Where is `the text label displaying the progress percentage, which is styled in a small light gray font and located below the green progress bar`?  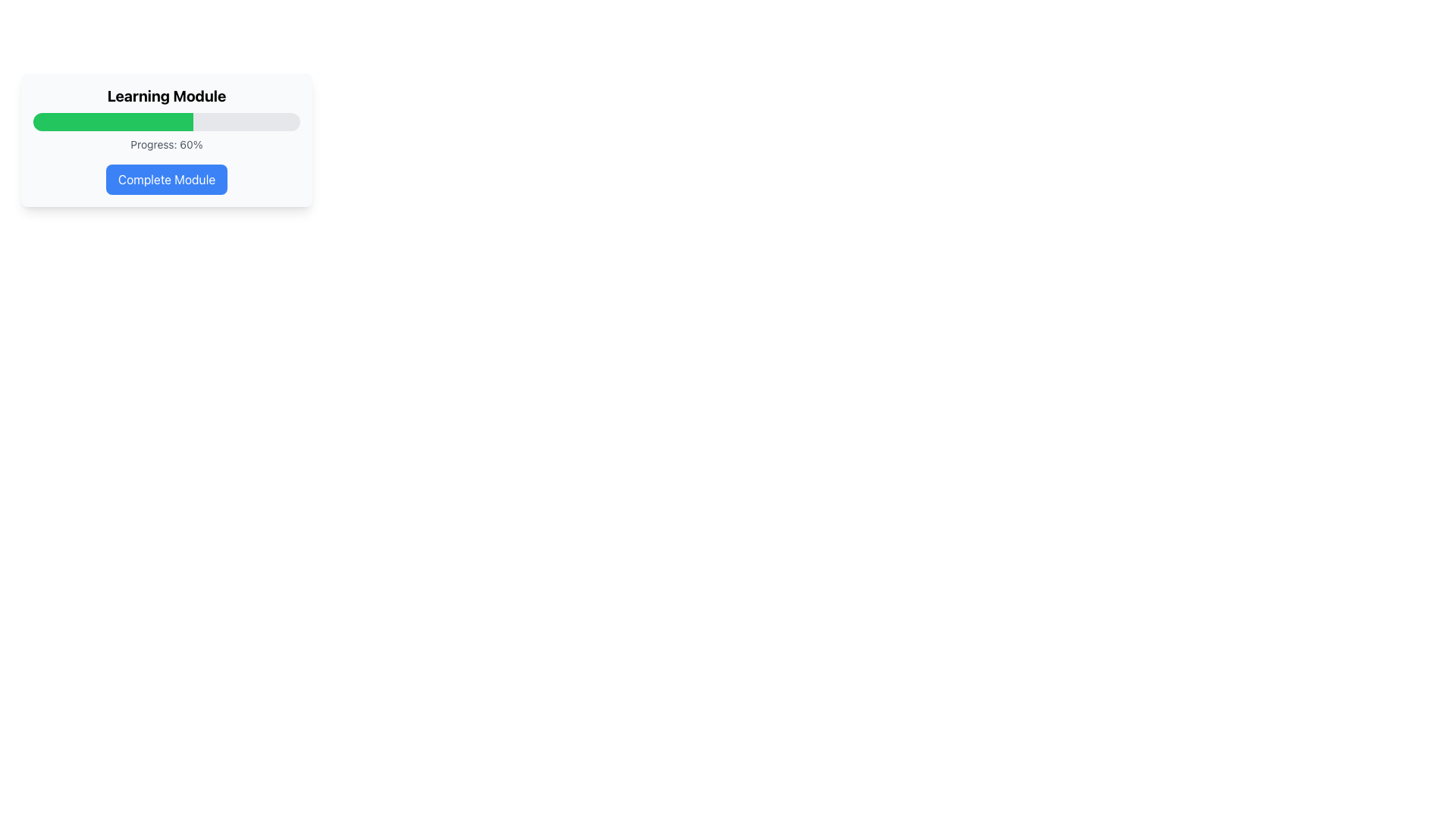
the text label displaying the progress percentage, which is styled in a small light gray font and located below the green progress bar is located at coordinates (167, 145).